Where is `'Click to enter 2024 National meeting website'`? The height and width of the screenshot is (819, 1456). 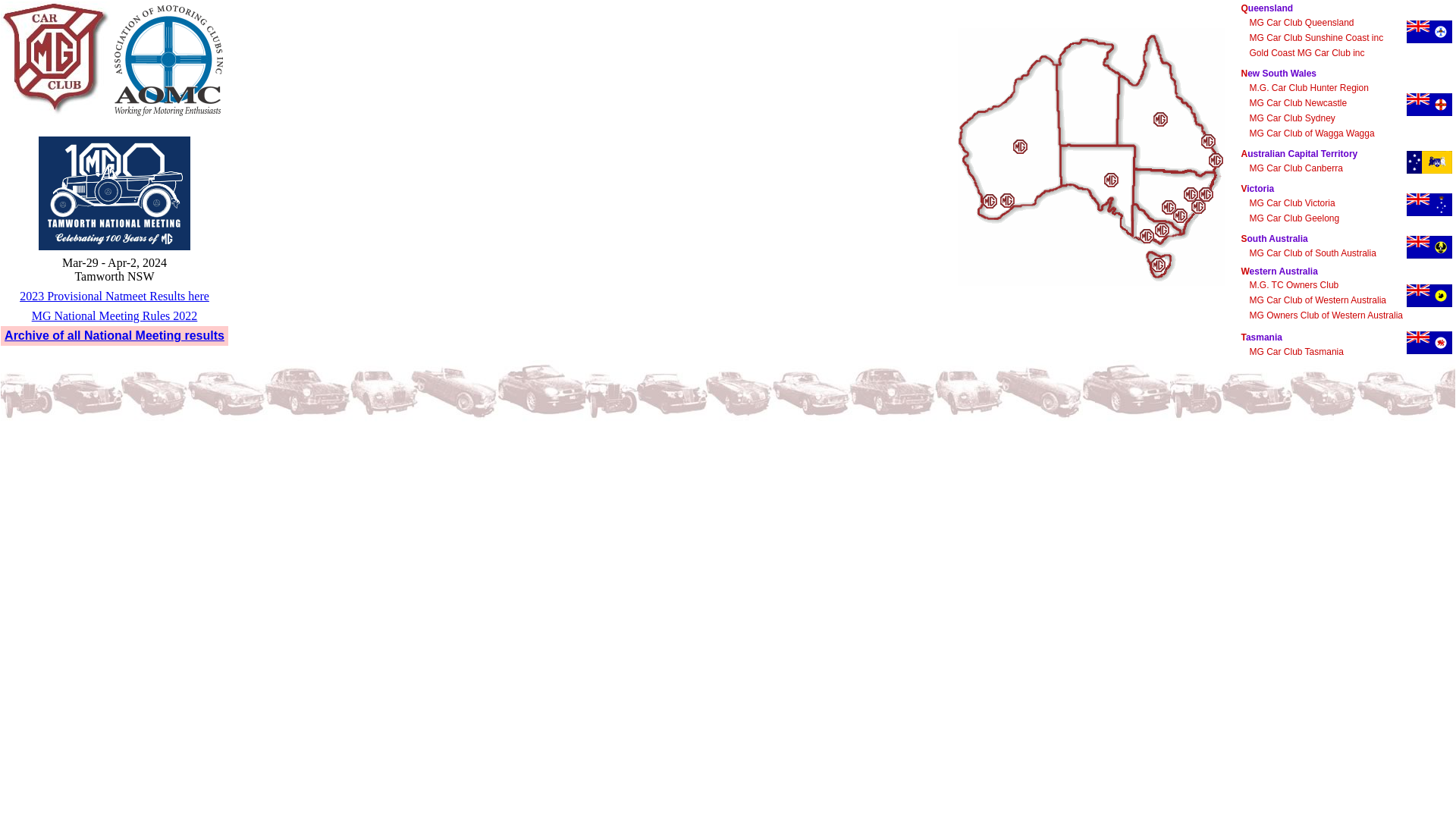 'Click to enter 2024 National meeting website' is located at coordinates (39, 192).